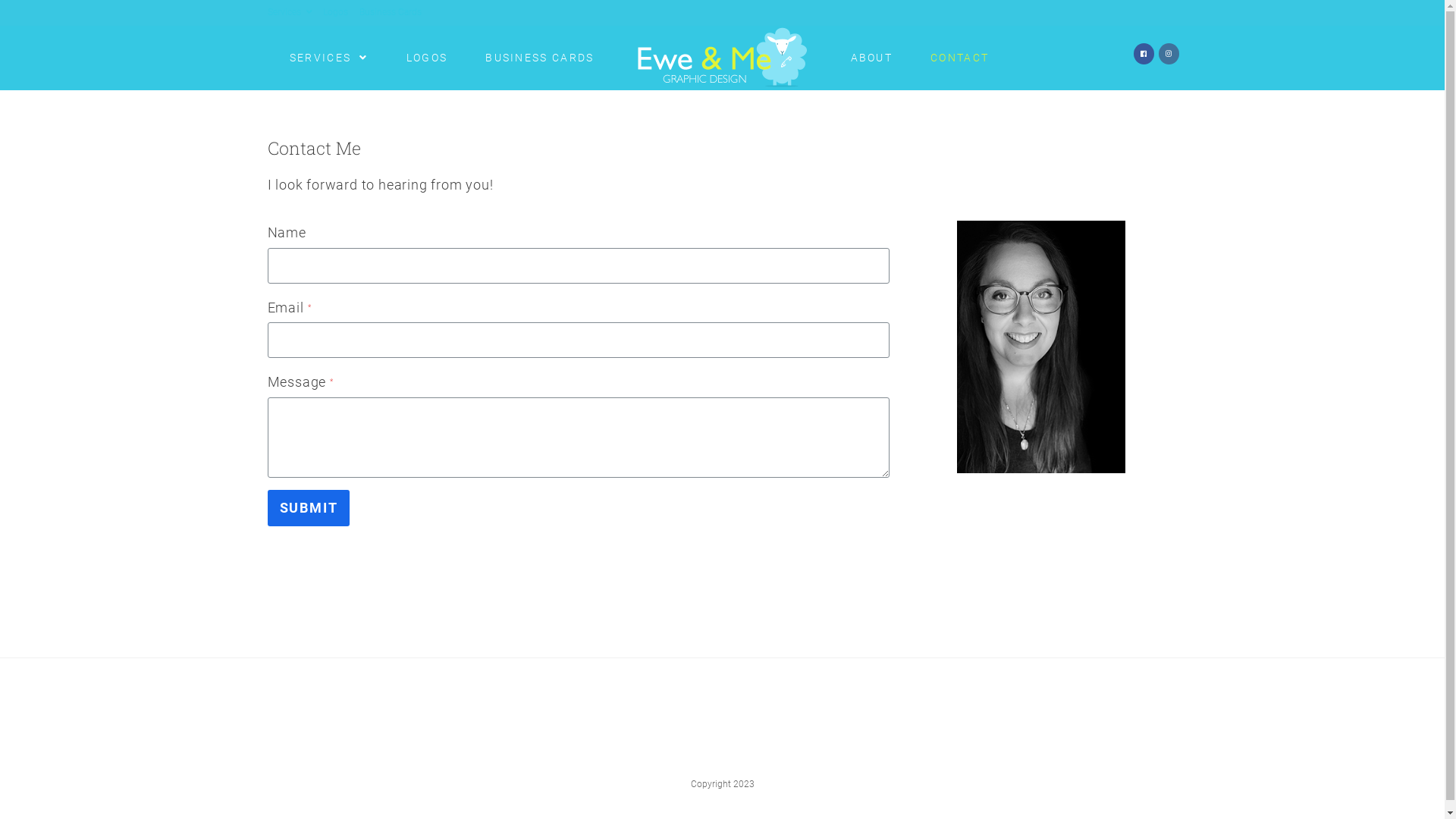 The height and width of the screenshot is (819, 1456). I want to click on 'SERVICES', so click(328, 57).